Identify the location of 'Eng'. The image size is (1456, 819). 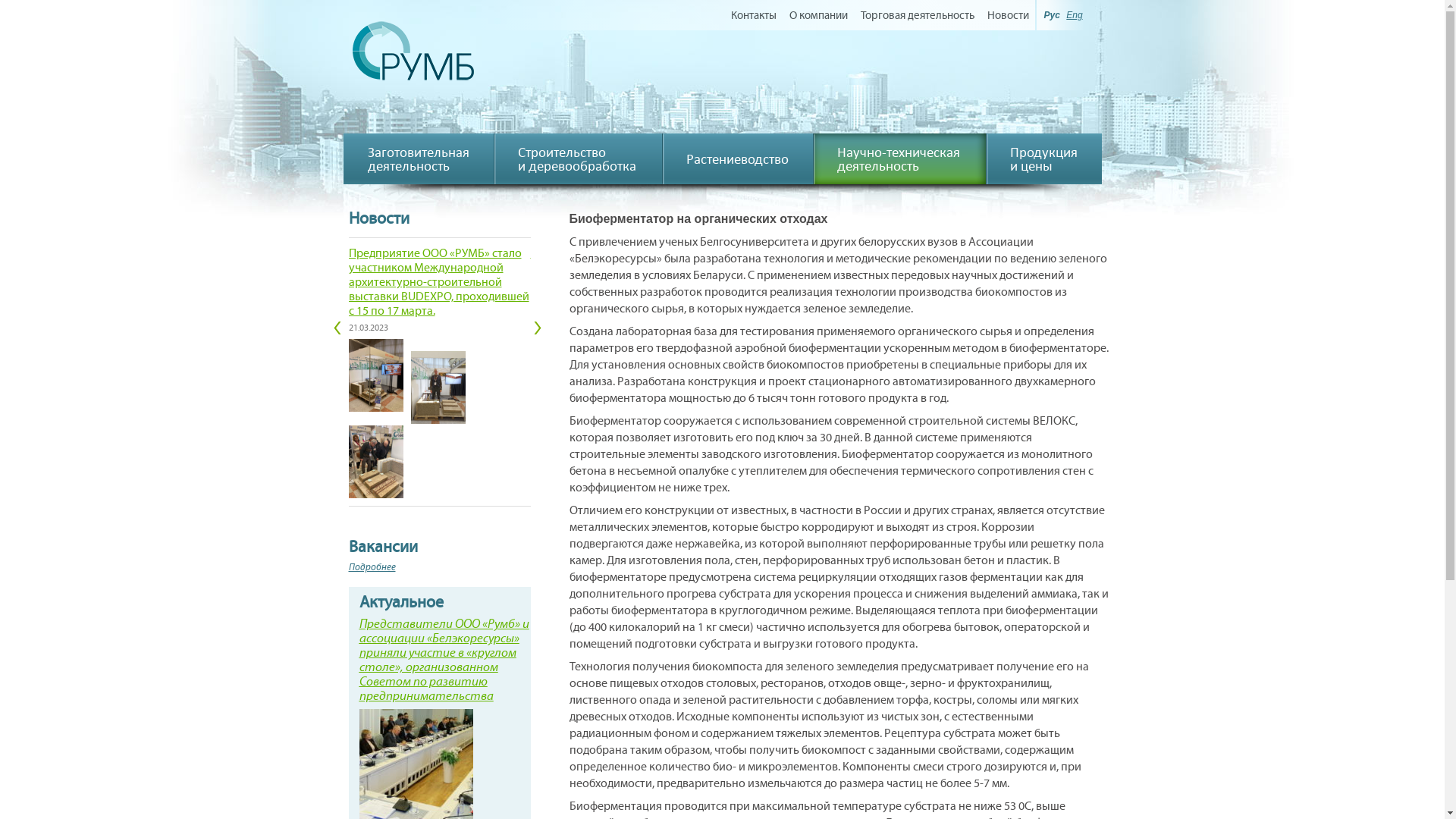
(1073, 14).